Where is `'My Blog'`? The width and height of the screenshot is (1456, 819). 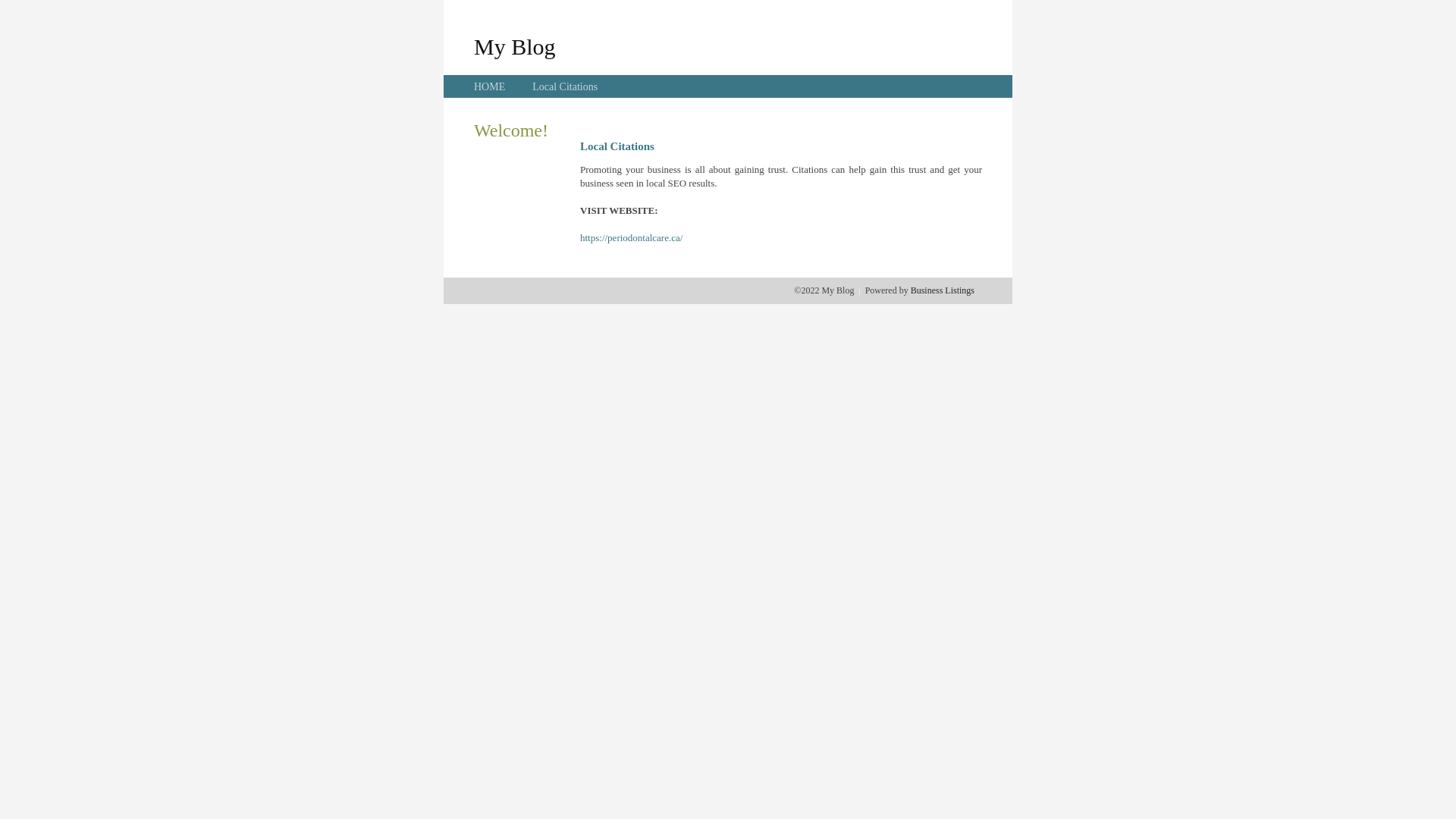
'My Blog' is located at coordinates (514, 45).